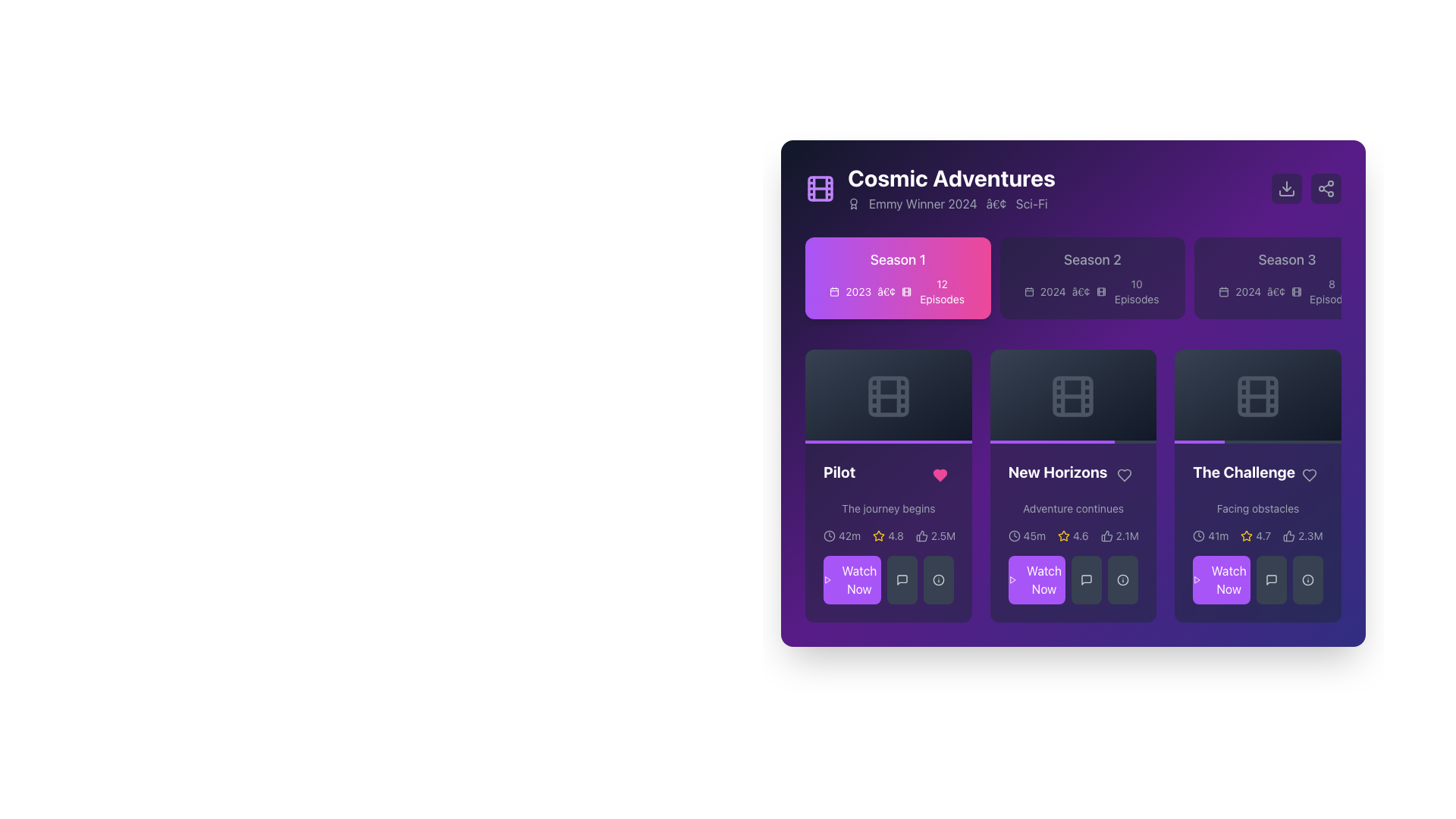  Describe the element at coordinates (1086, 579) in the screenshot. I see `the interactive button located in the second column below the 'New Horizons' episode card` at that location.